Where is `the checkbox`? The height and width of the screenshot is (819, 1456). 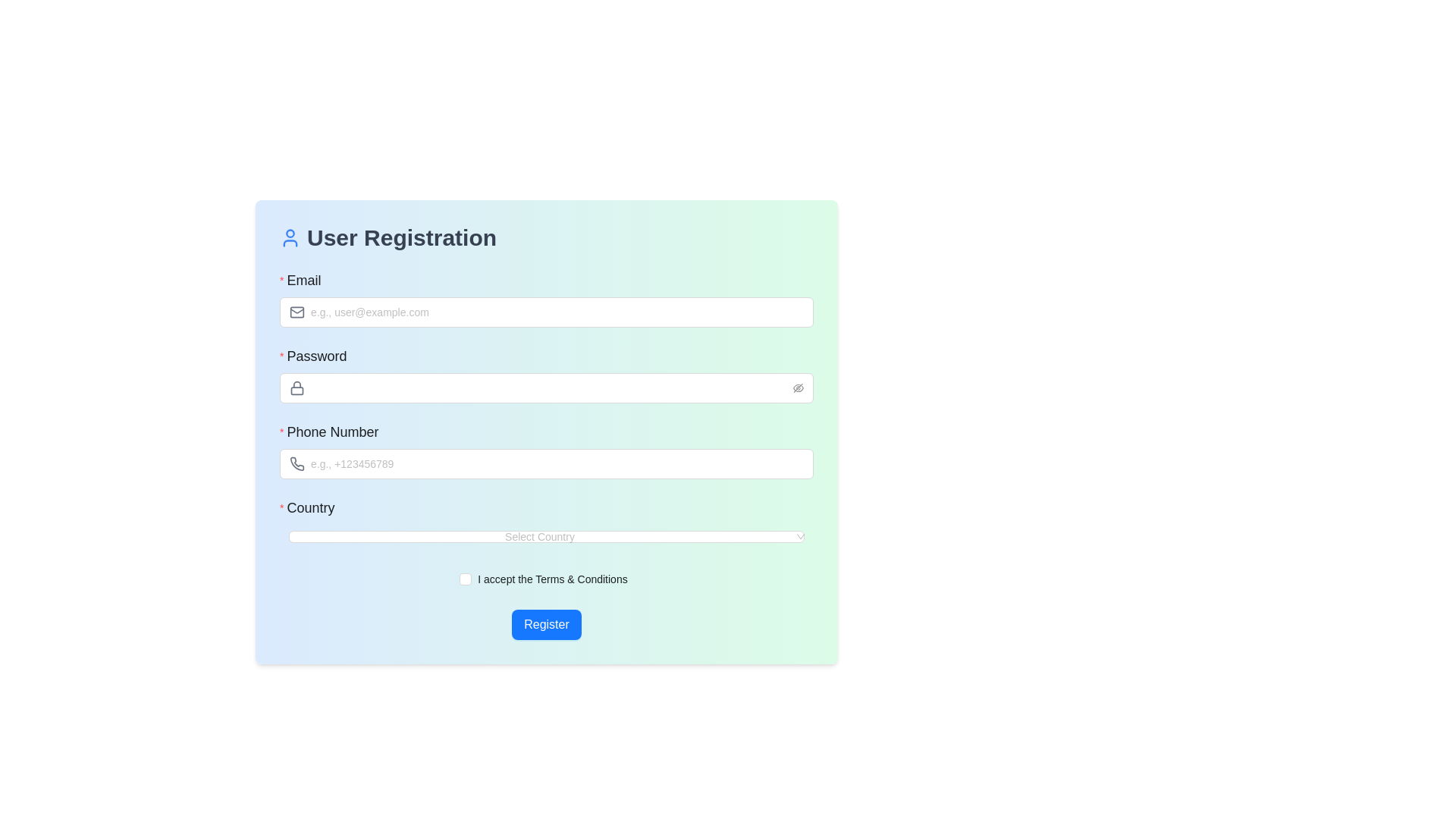 the checkbox is located at coordinates (465, 579).